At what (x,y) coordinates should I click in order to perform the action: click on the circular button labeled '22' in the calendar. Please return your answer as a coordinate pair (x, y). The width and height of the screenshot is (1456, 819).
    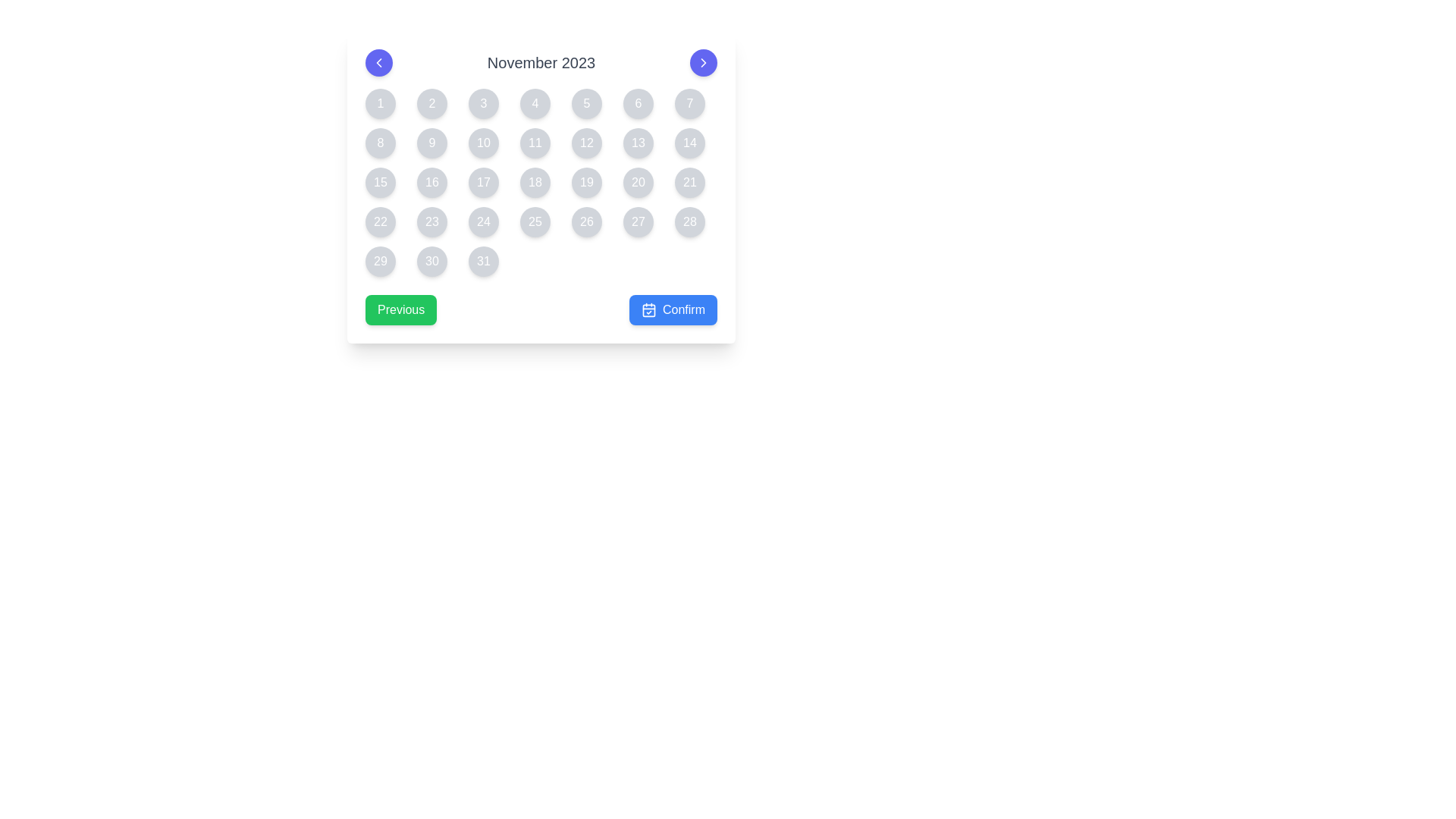
    Looking at the image, I should click on (381, 222).